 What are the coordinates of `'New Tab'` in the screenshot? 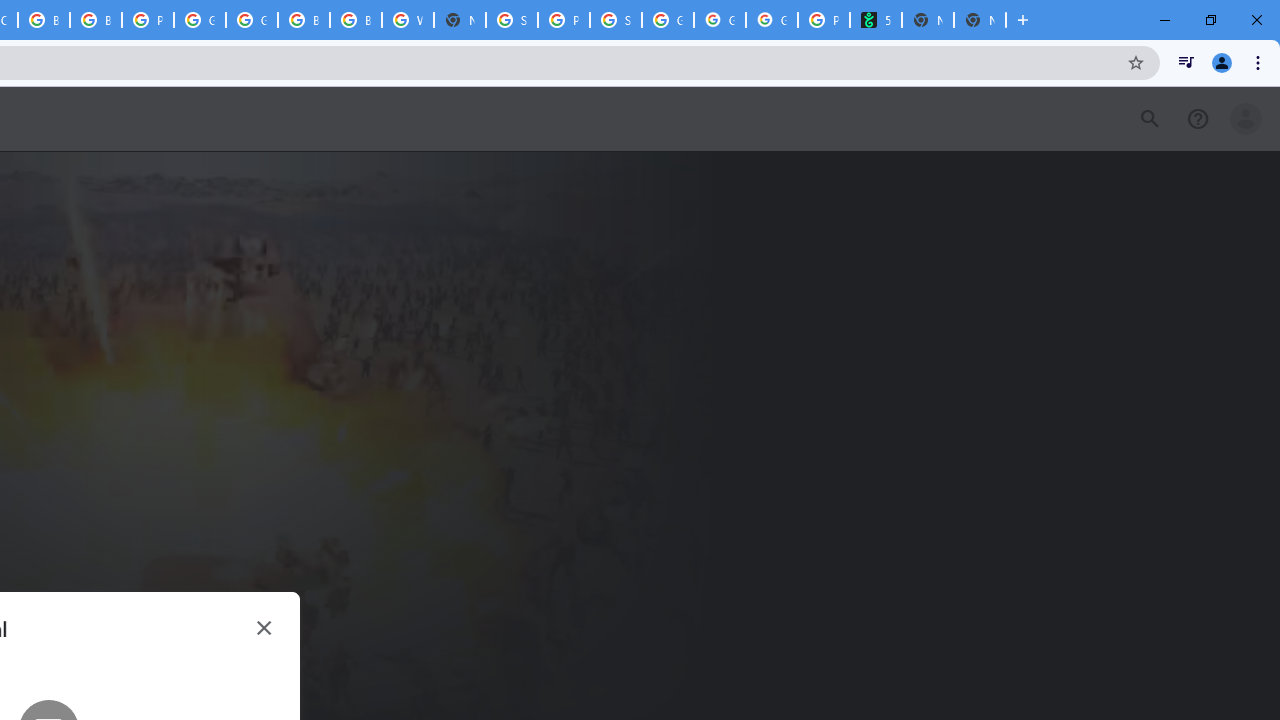 It's located at (979, 20).